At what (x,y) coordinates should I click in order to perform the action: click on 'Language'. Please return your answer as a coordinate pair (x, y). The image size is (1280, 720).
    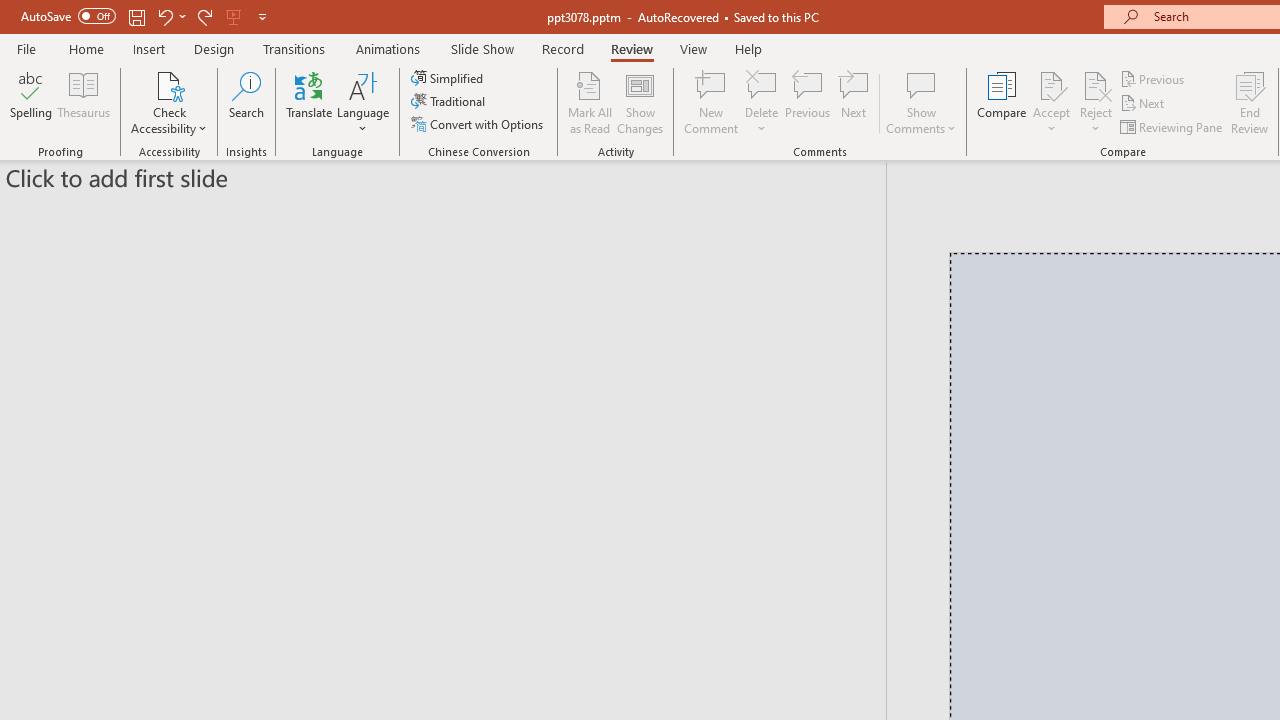
    Looking at the image, I should click on (363, 103).